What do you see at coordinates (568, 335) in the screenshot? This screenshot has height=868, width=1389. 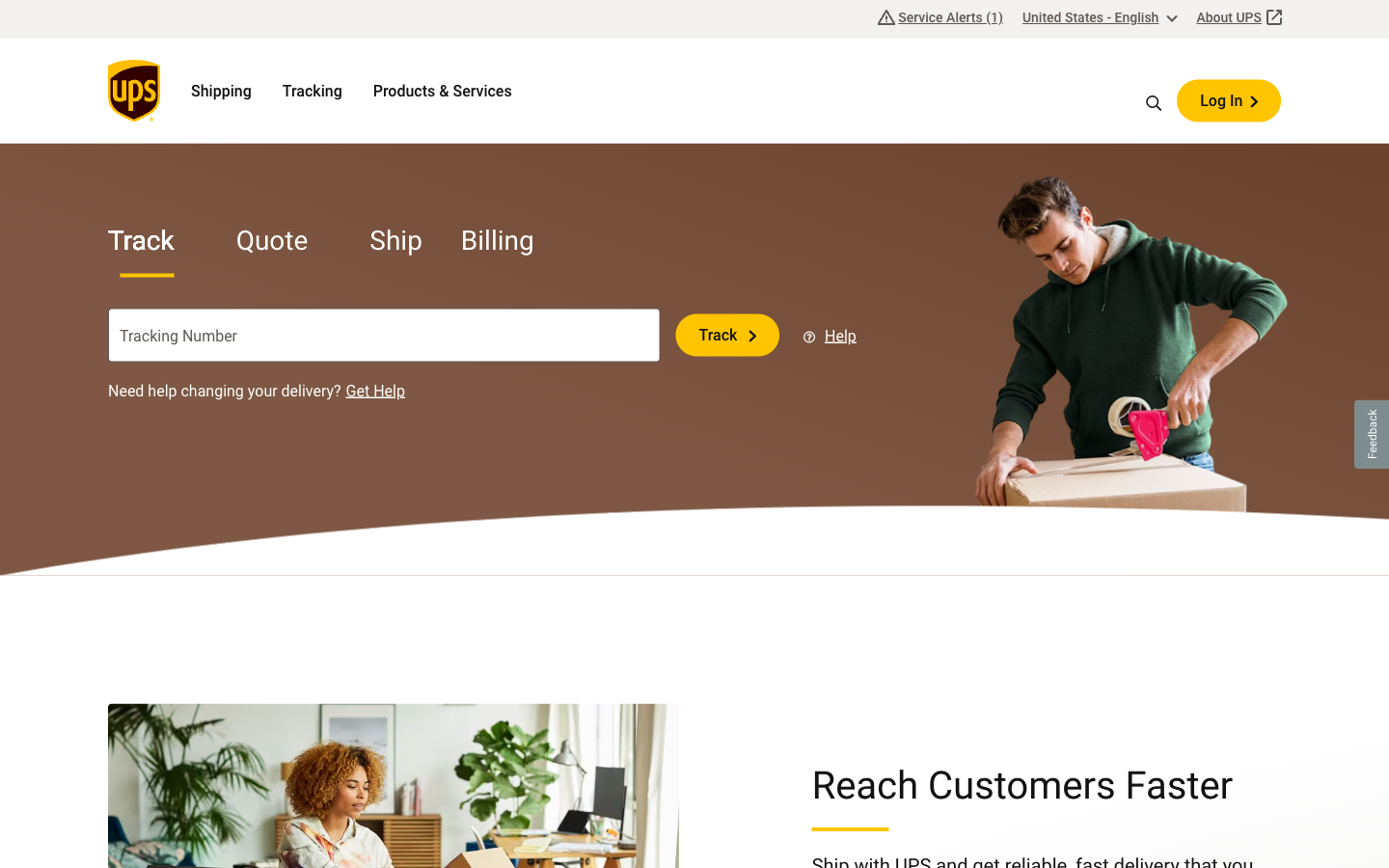 I see `In the tracking area, remove the last character of the tracking ID` at bounding box center [568, 335].